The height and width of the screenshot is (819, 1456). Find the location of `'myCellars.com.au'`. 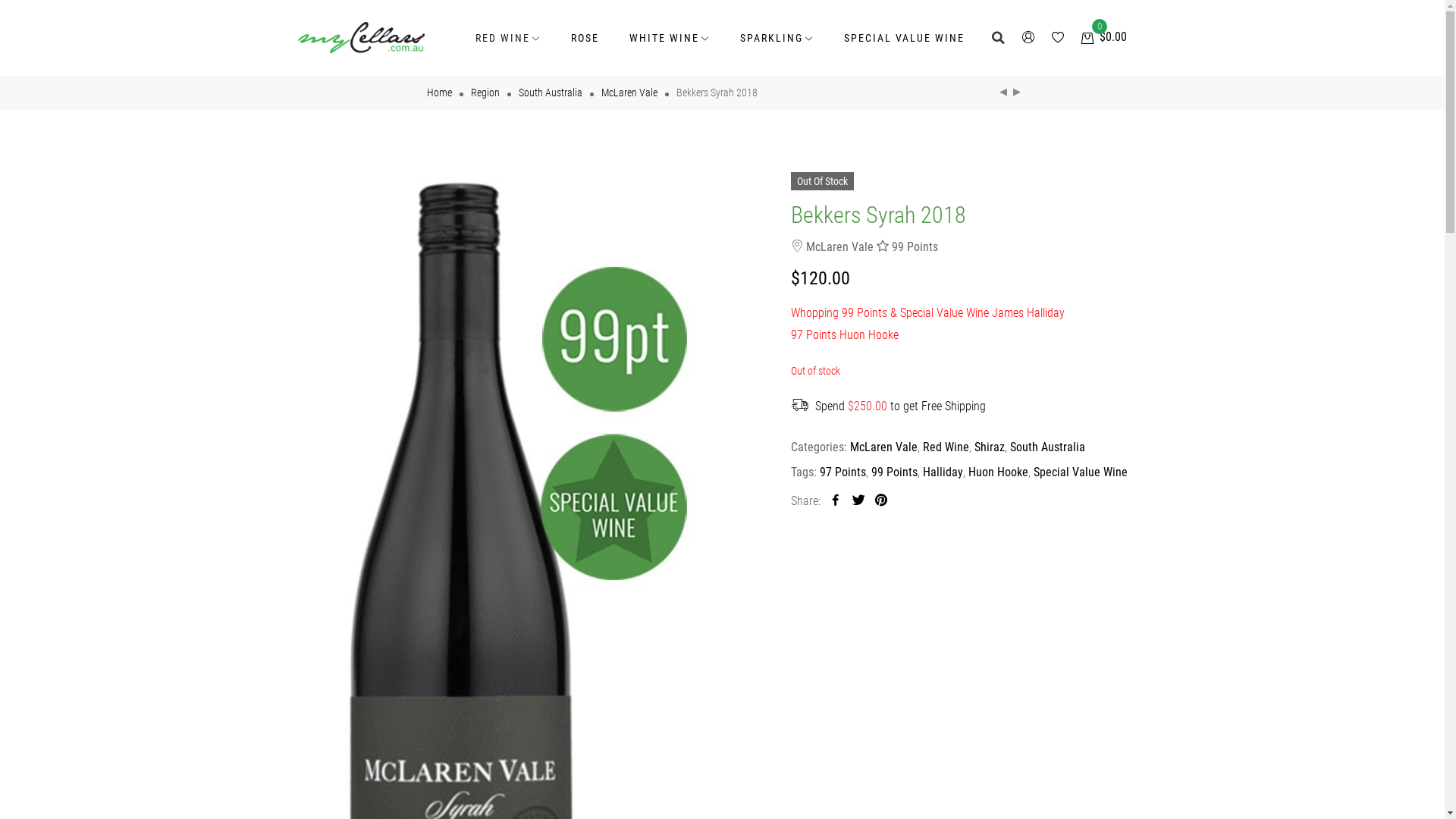

'myCellars.com.au' is located at coordinates (359, 37).